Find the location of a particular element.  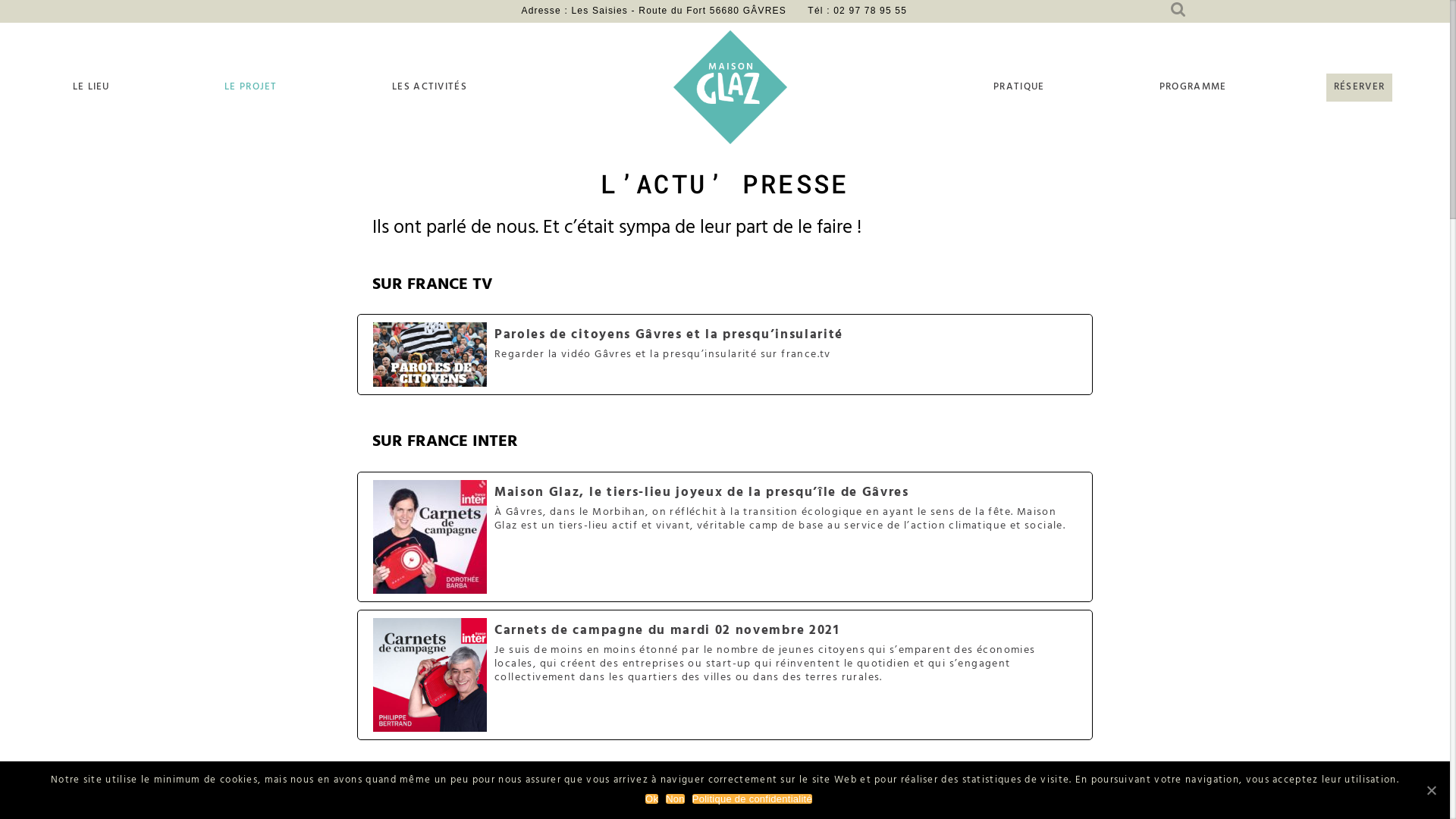

'Non' is located at coordinates (674, 798).